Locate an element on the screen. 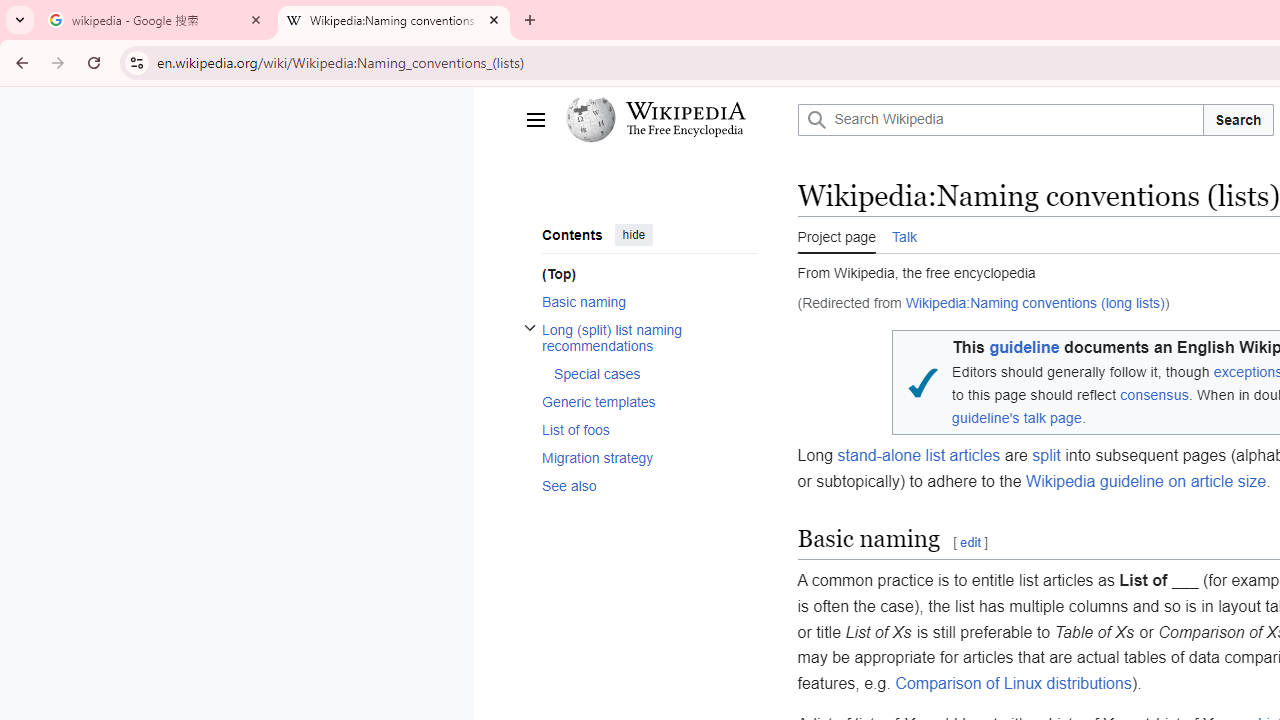 The image size is (1280, 720). 'AutomationID: toc-Migration_strategy' is located at coordinates (643, 457).